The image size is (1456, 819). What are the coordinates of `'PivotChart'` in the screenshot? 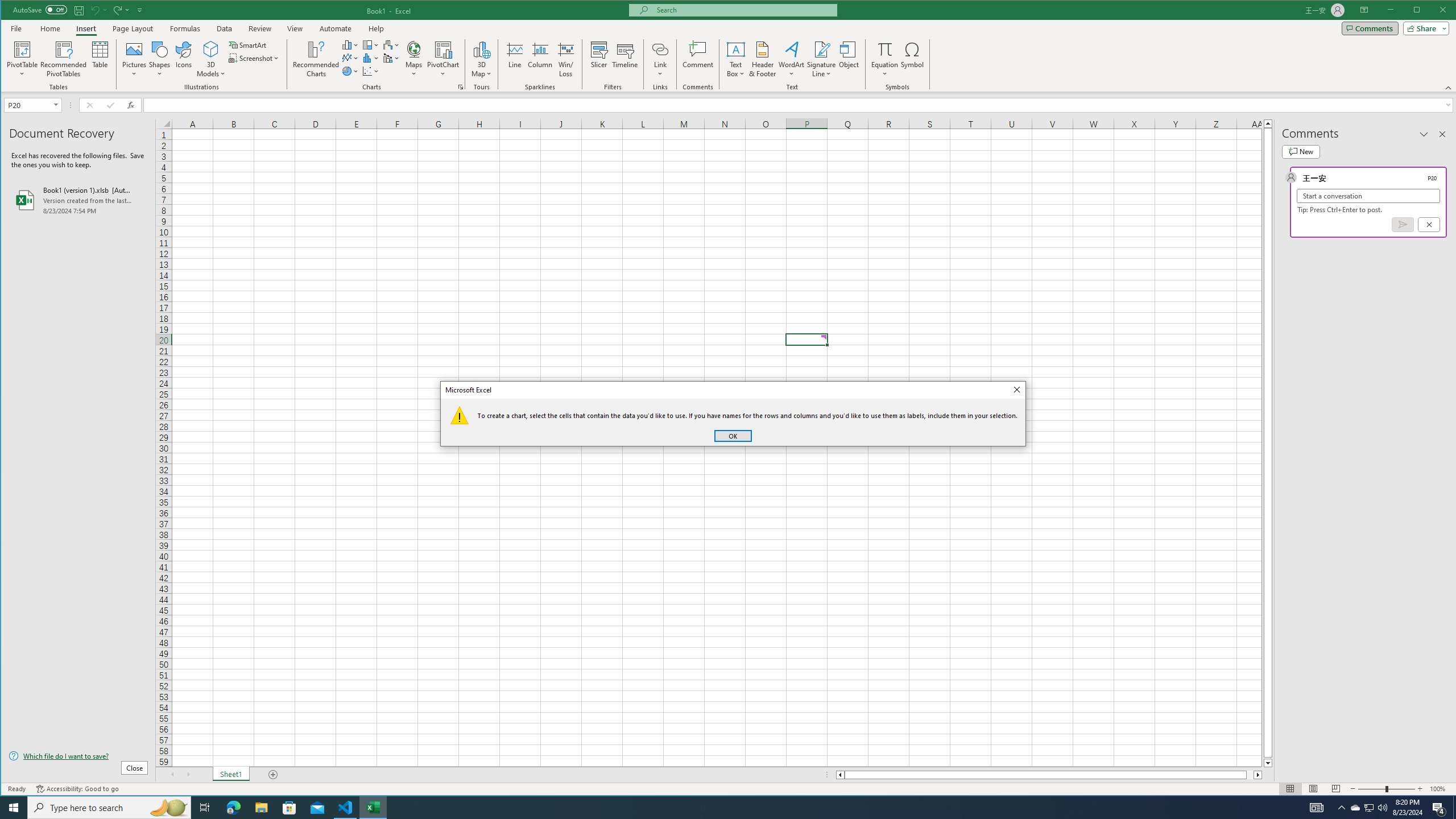 It's located at (442, 48).